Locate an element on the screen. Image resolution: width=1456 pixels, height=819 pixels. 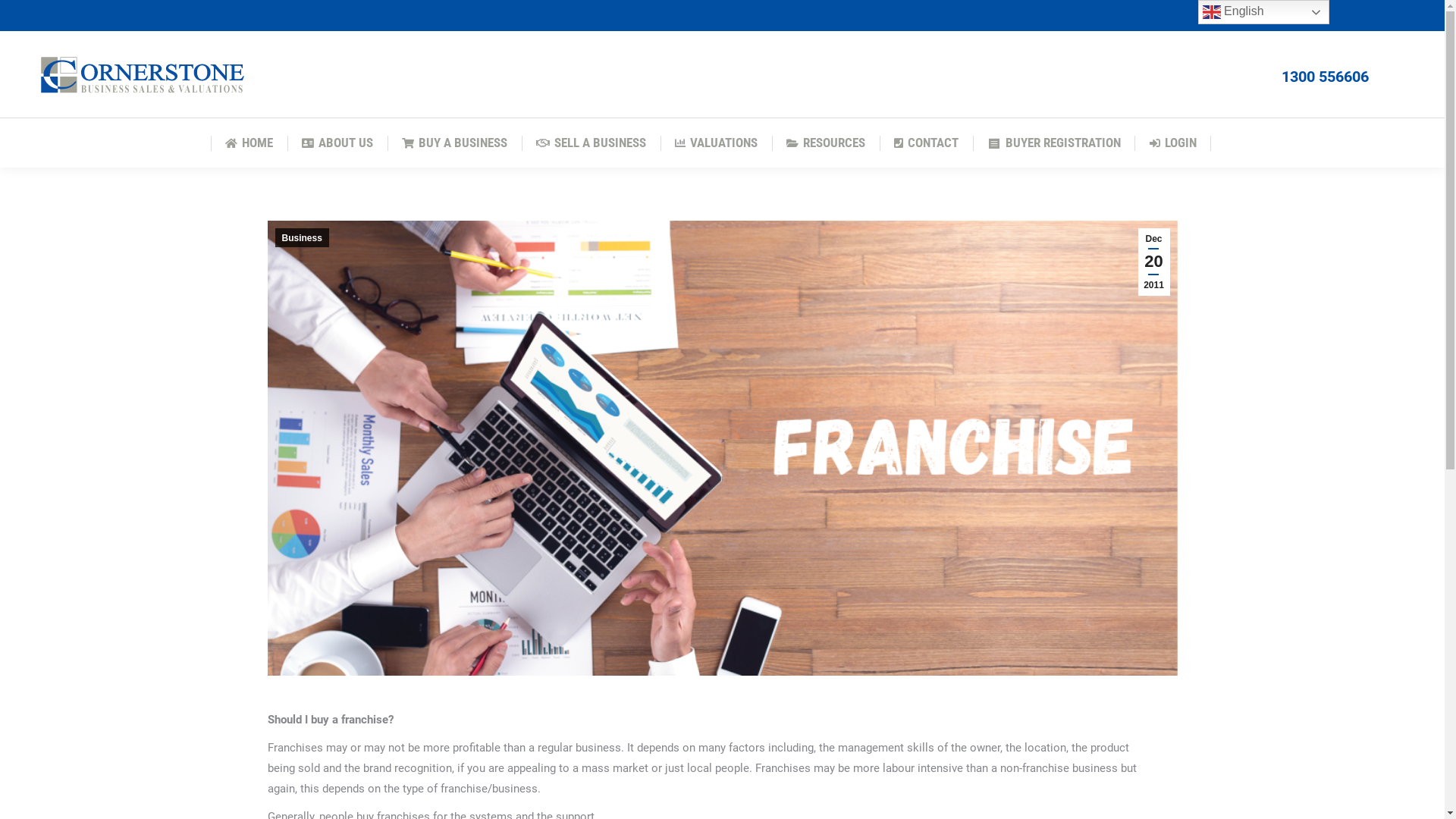
'BUY A BUSINESS' is located at coordinates (397, 143).